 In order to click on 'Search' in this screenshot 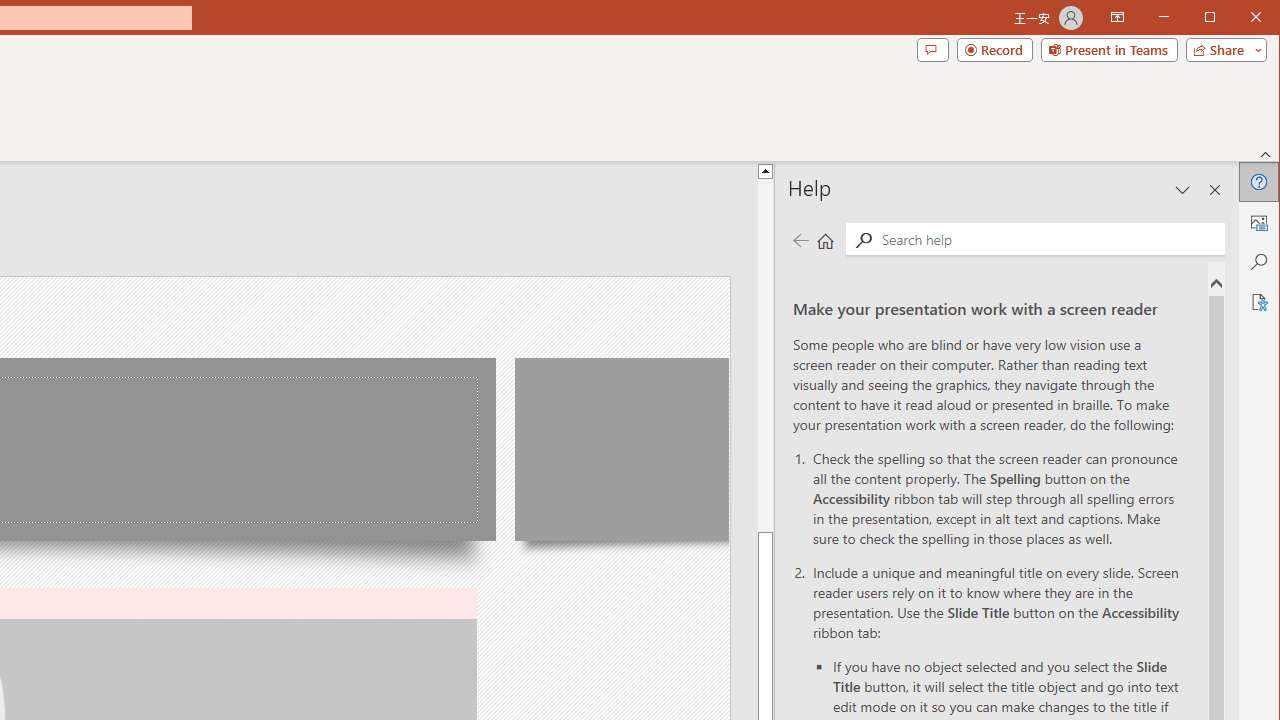, I will do `click(1047, 238)`.